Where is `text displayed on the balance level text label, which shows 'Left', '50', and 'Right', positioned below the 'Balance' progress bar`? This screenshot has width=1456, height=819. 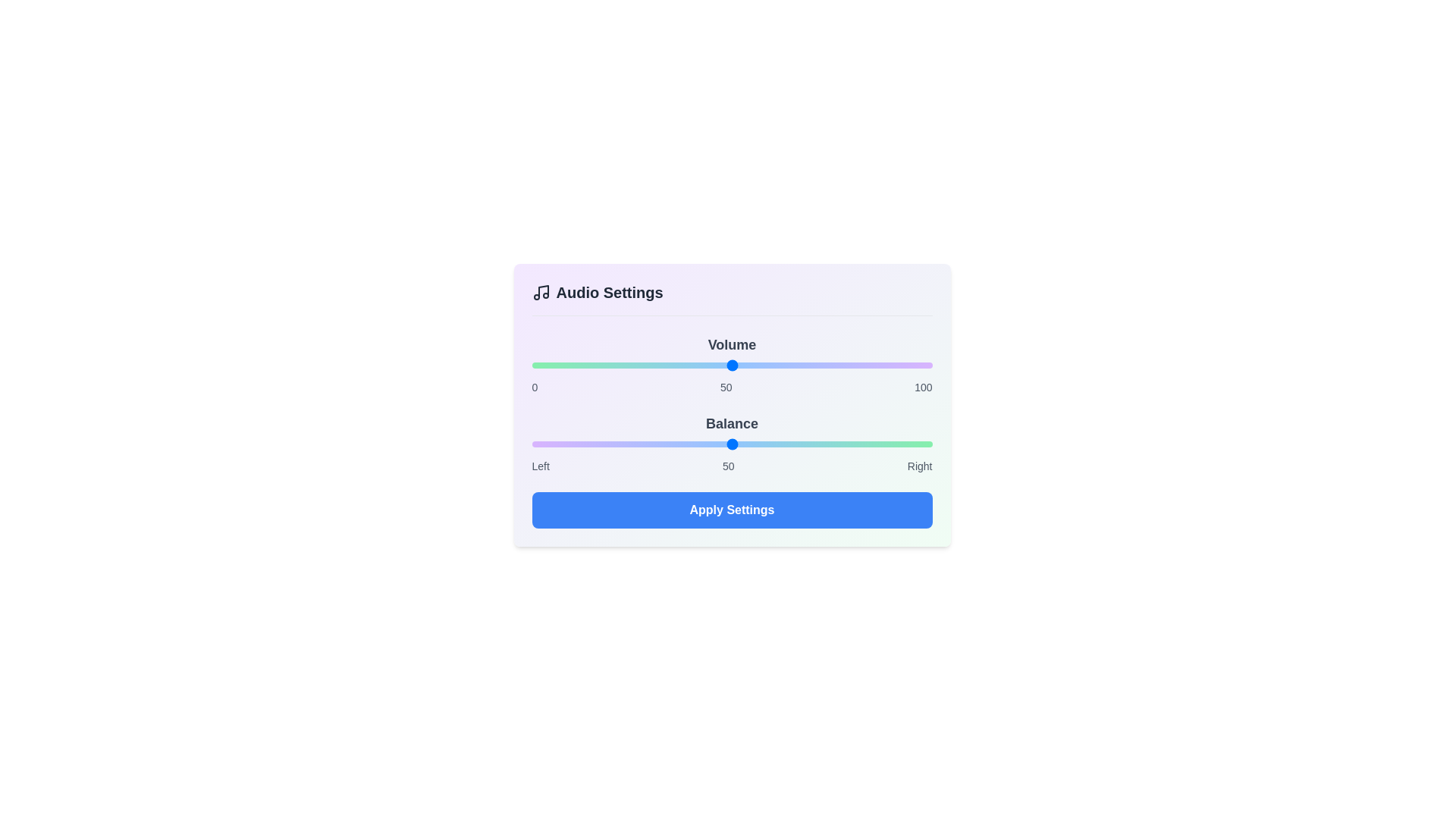 text displayed on the balance level text label, which shows 'Left', '50', and 'Right', positioned below the 'Balance' progress bar is located at coordinates (732, 465).